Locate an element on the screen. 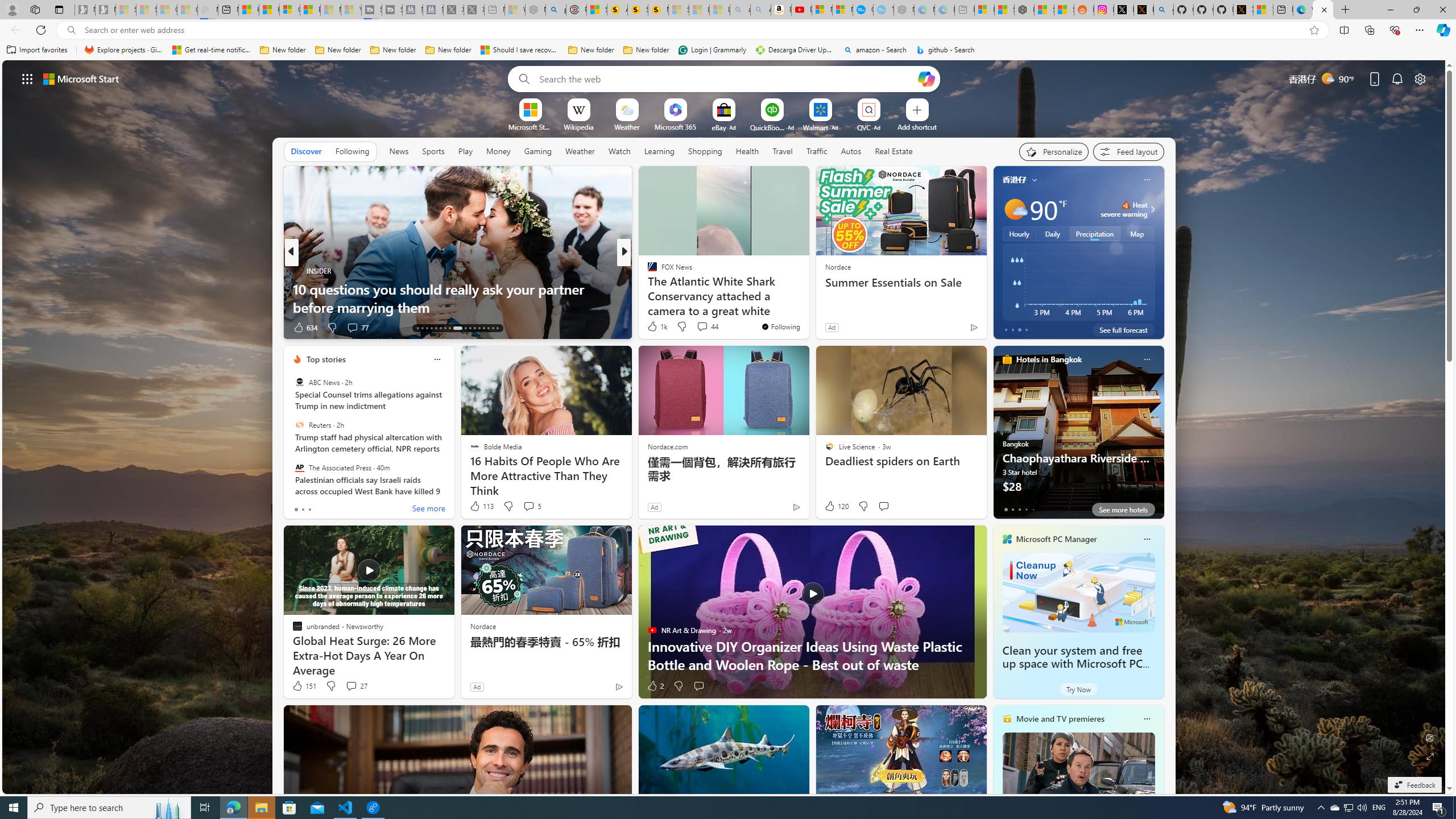 This screenshot has width=1456, height=819. 'Top stories' is located at coordinates (325, 359).